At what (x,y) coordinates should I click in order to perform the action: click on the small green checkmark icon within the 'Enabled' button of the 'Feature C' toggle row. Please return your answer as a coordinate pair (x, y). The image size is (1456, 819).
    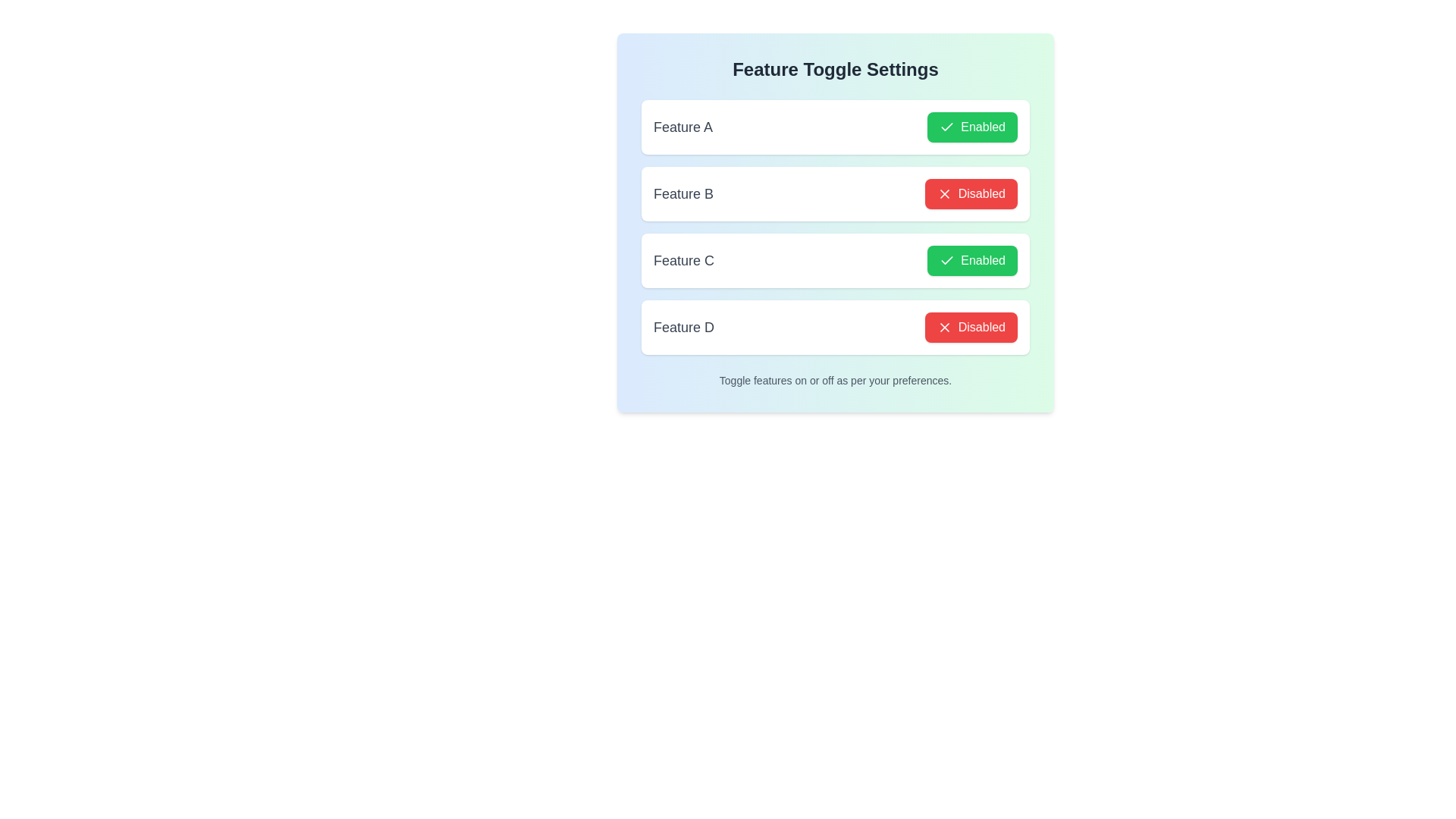
    Looking at the image, I should click on (946, 259).